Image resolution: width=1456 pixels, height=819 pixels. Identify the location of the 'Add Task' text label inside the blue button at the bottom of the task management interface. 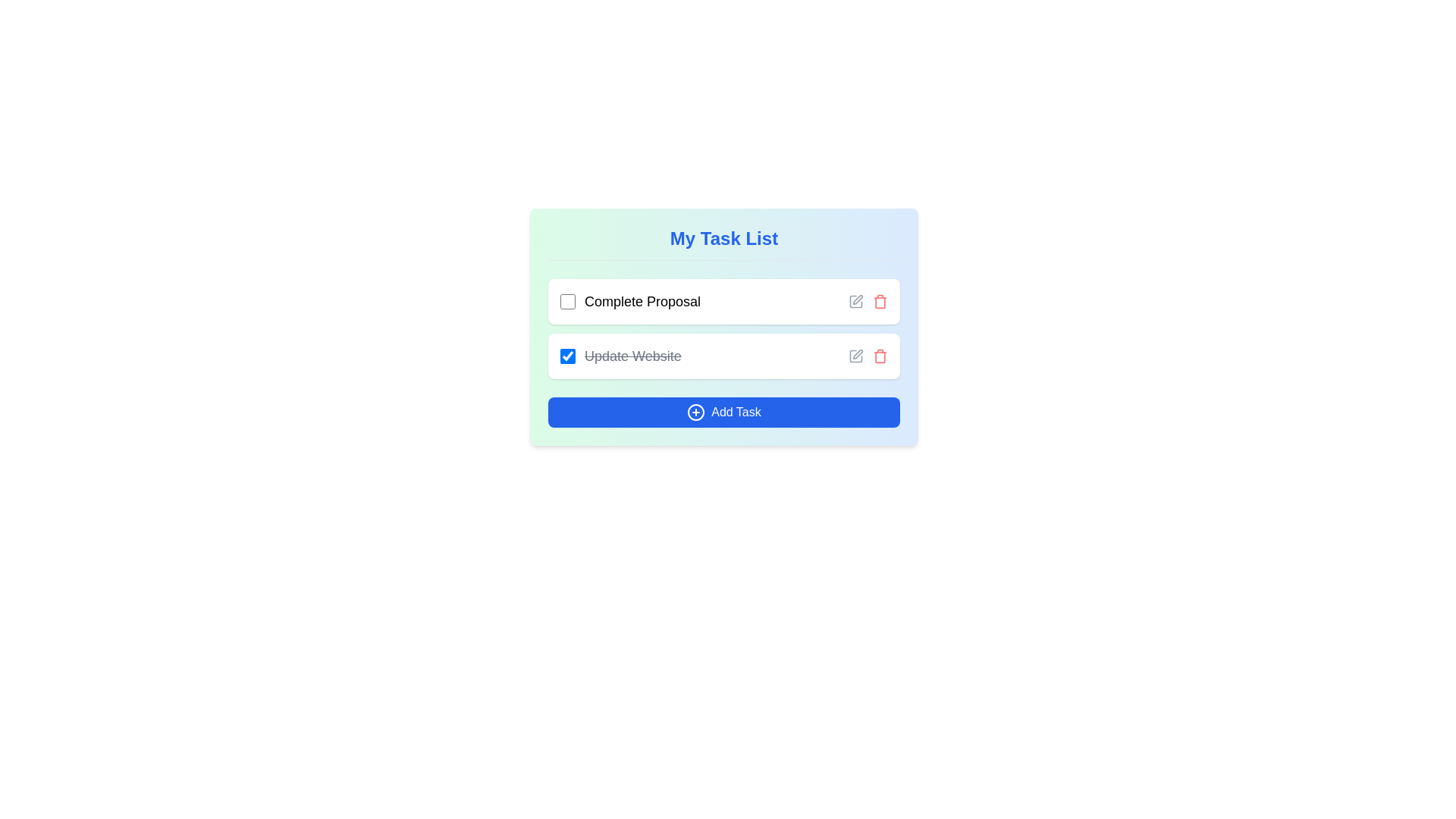
(736, 412).